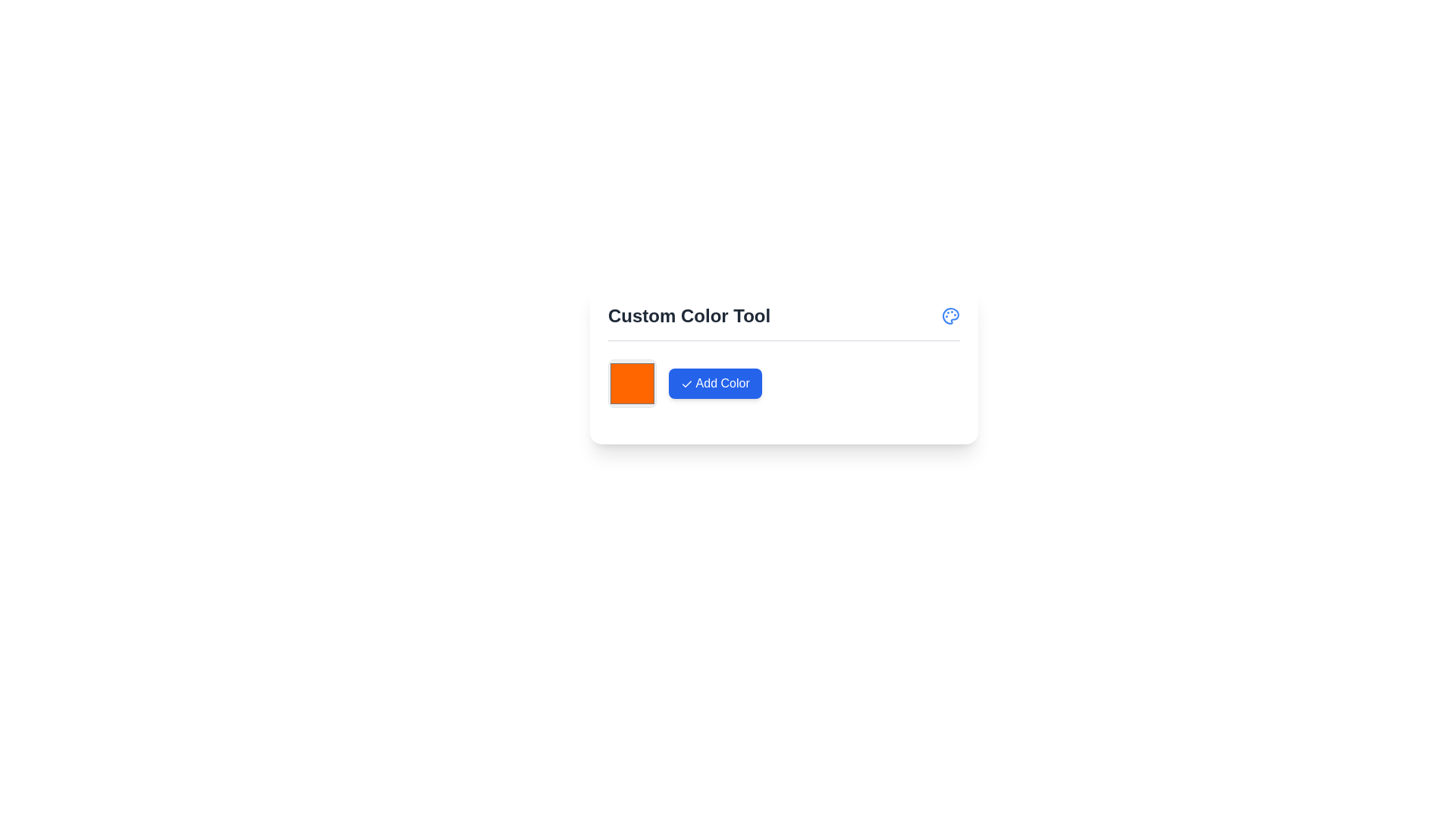 This screenshot has height=819, width=1456. What do you see at coordinates (949, 315) in the screenshot?
I see `the color selection icon located at the top-right corner of the 'Custom Color Tool' section` at bounding box center [949, 315].